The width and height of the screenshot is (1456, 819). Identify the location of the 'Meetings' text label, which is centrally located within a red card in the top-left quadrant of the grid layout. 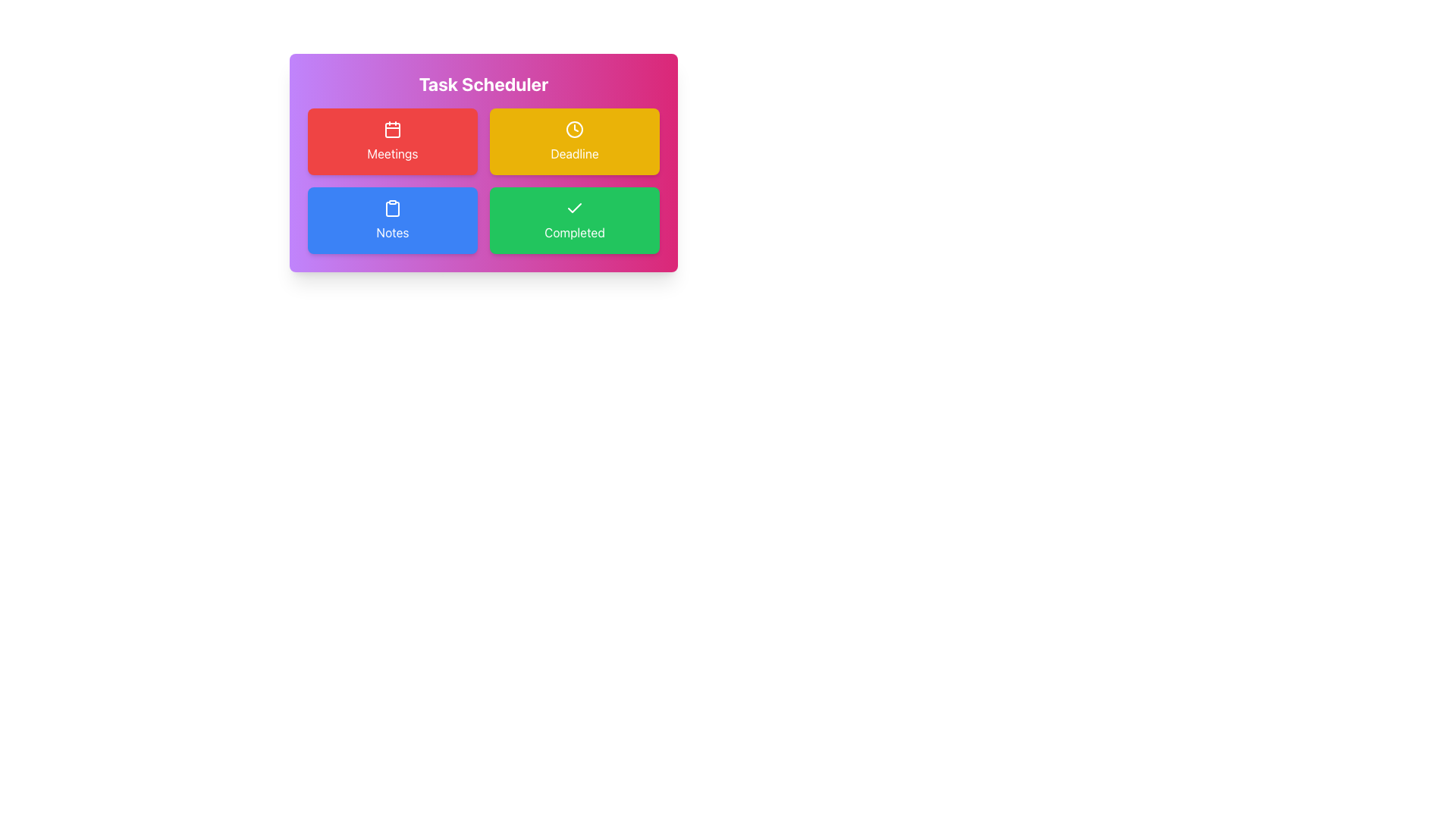
(393, 154).